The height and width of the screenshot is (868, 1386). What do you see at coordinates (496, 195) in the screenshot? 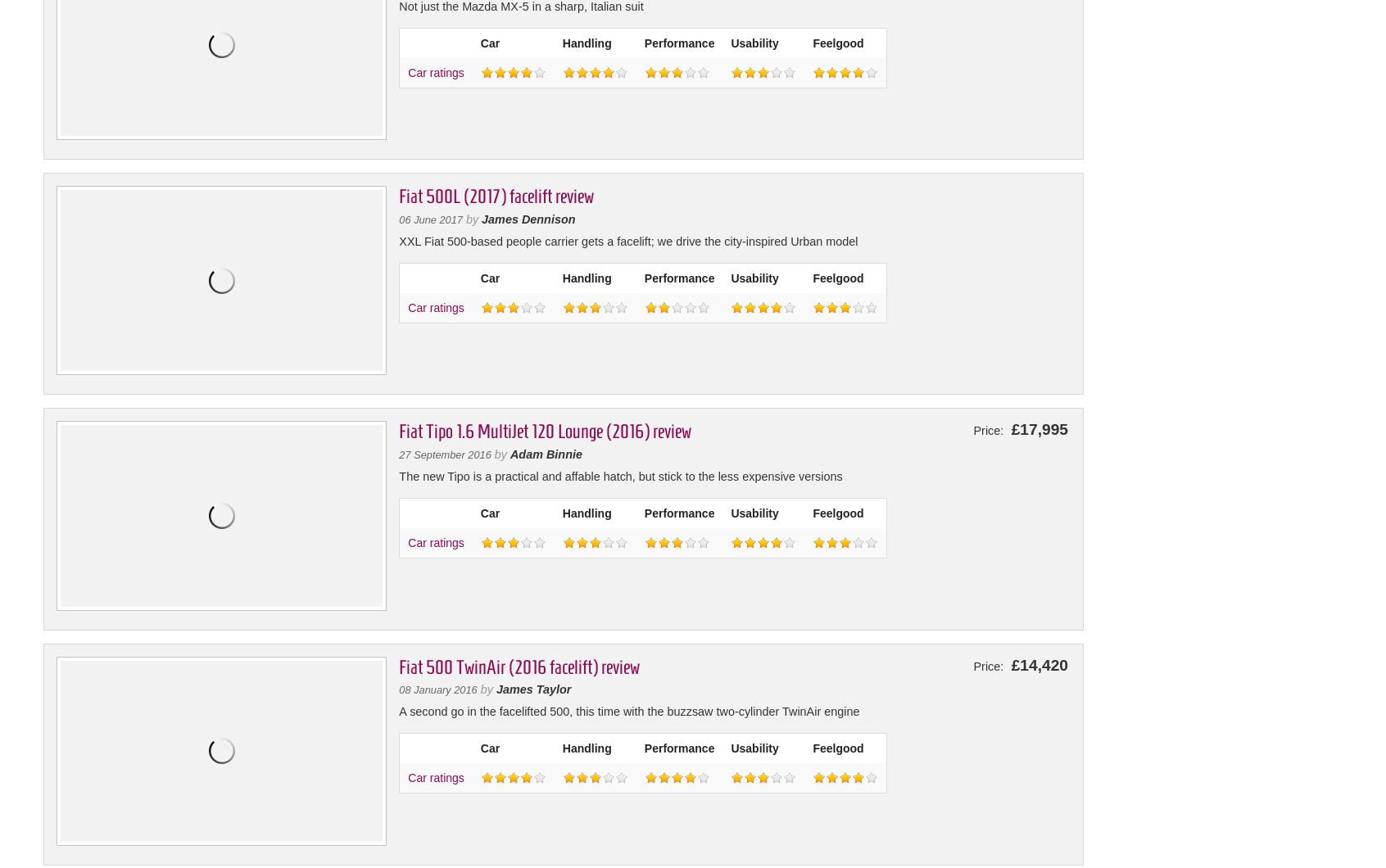
I see `'Fiat 500L (2017) facelift review'` at bounding box center [496, 195].